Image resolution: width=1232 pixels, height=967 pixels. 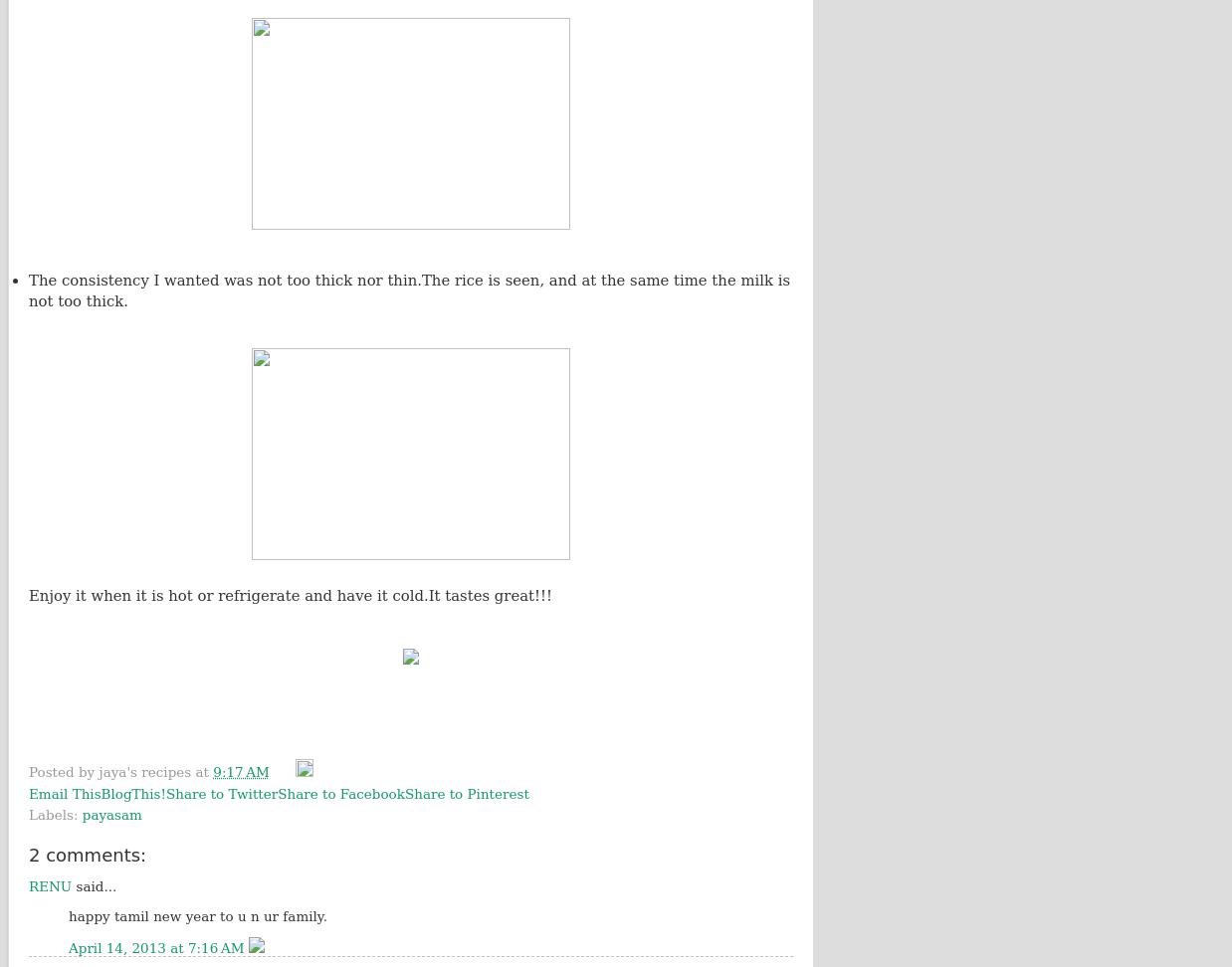 What do you see at coordinates (340, 792) in the screenshot?
I see `'Share to Facebook'` at bounding box center [340, 792].